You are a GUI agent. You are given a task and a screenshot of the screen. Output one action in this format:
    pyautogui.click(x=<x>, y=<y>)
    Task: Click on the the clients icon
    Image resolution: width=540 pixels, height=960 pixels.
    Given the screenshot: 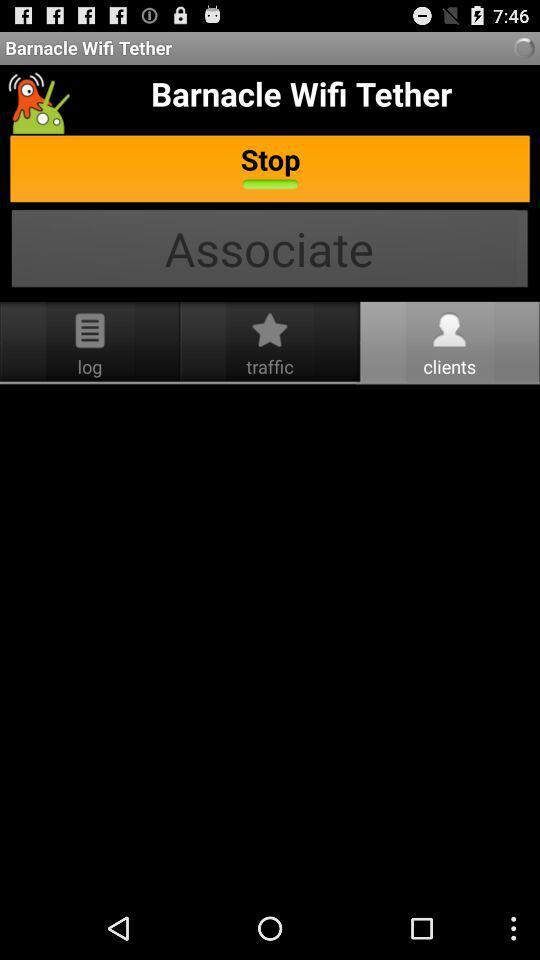 What is the action you would take?
    pyautogui.click(x=449, y=330)
    